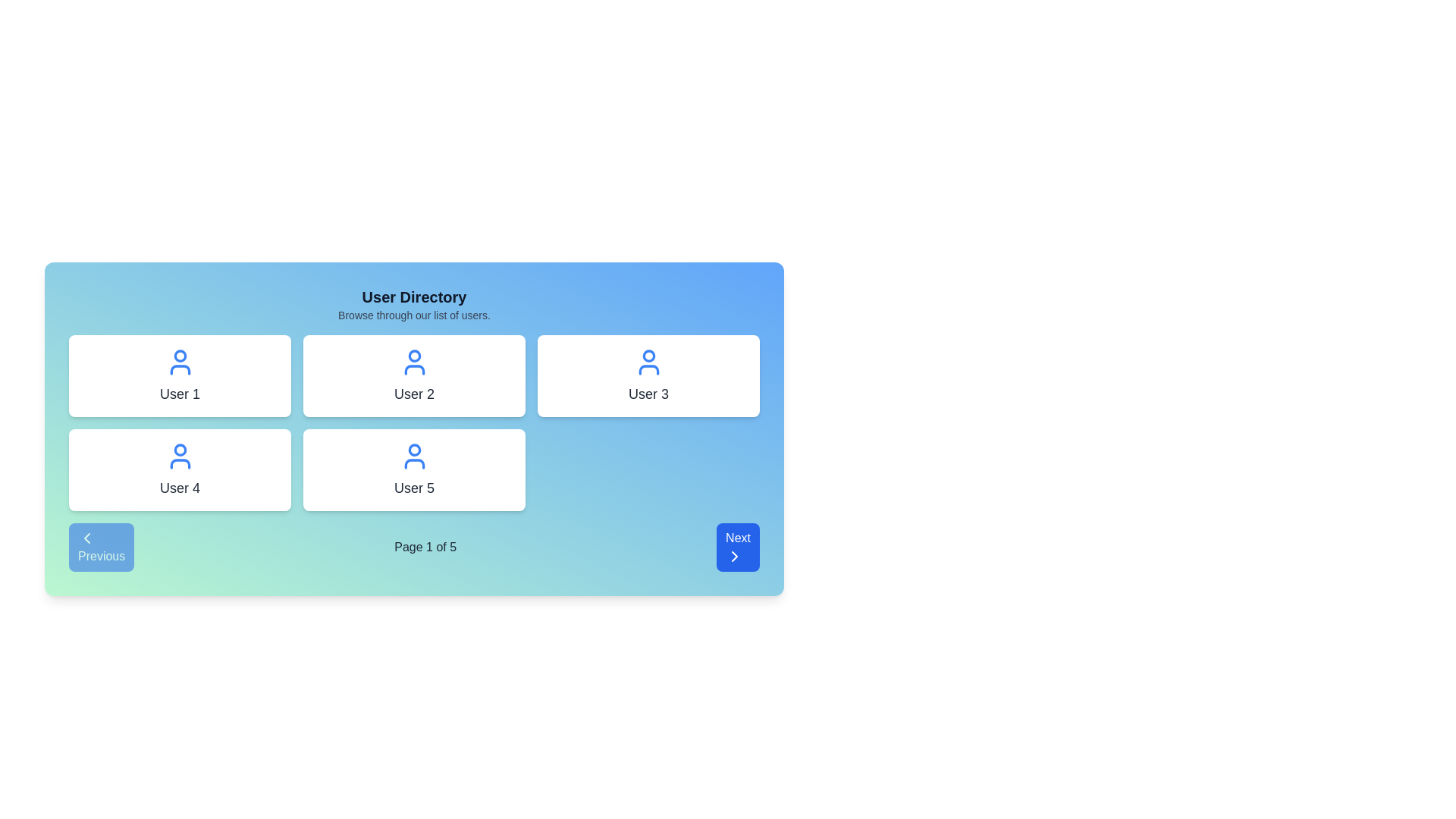 The width and height of the screenshot is (1456, 819). What do you see at coordinates (180, 469) in the screenshot?
I see `to select or interact with the user card representing 'User 4', located in the second row and first column of the user directory grid` at bounding box center [180, 469].